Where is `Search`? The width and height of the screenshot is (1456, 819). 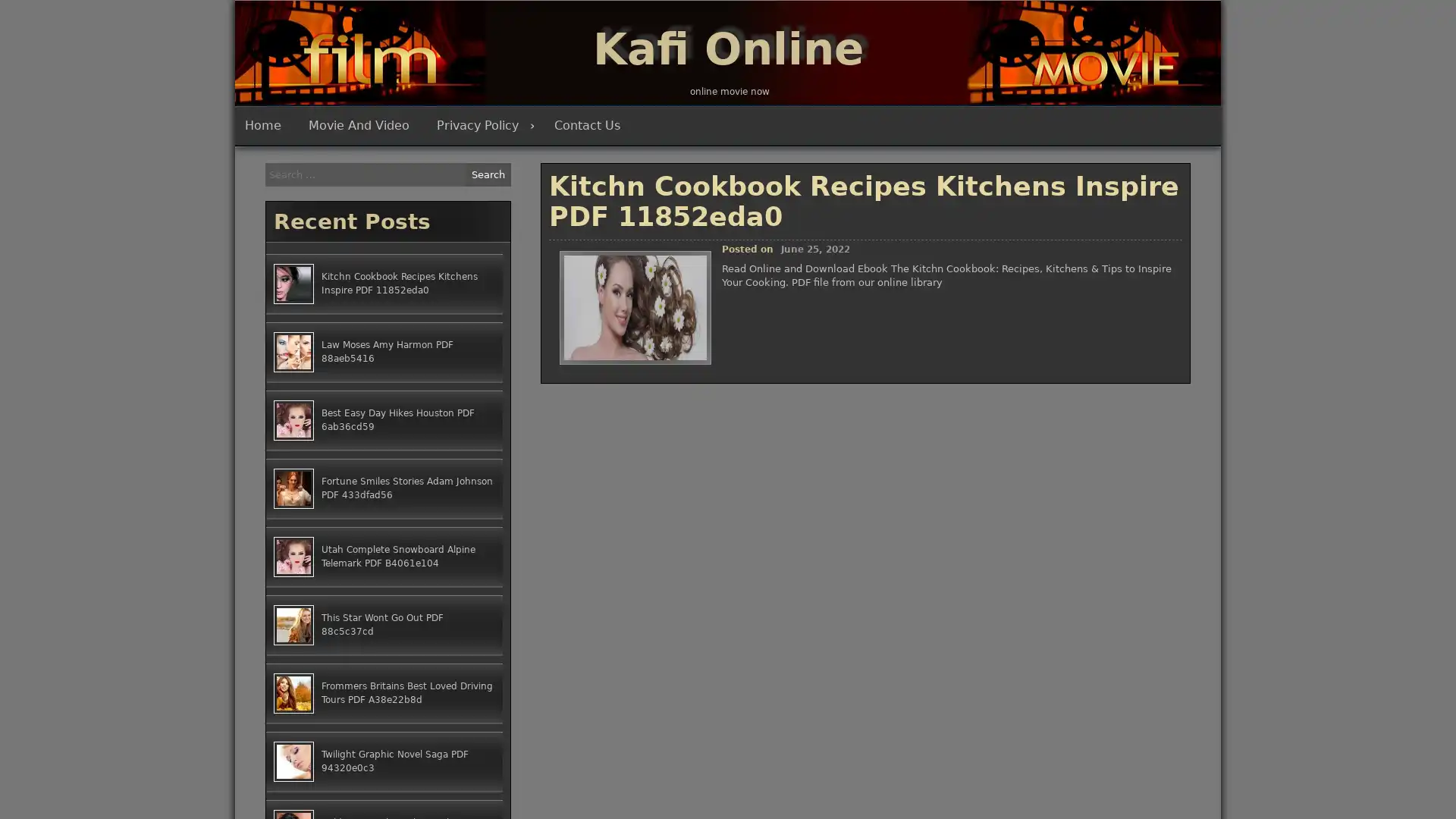 Search is located at coordinates (488, 174).